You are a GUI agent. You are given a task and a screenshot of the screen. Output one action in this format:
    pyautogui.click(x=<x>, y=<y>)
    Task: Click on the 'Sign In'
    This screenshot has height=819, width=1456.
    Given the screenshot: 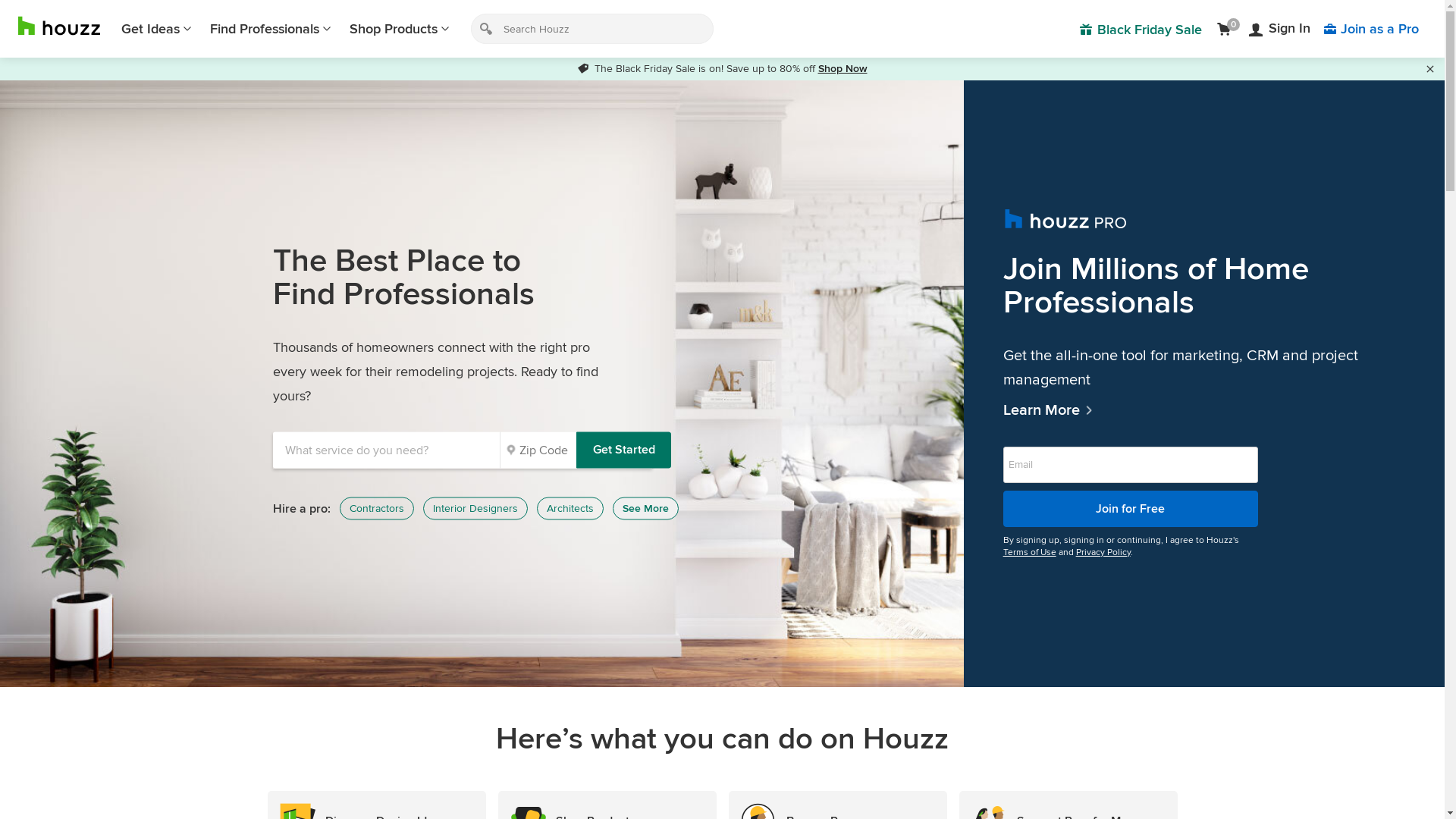 What is the action you would take?
    pyautogui.click(x=1279, y=28)
    